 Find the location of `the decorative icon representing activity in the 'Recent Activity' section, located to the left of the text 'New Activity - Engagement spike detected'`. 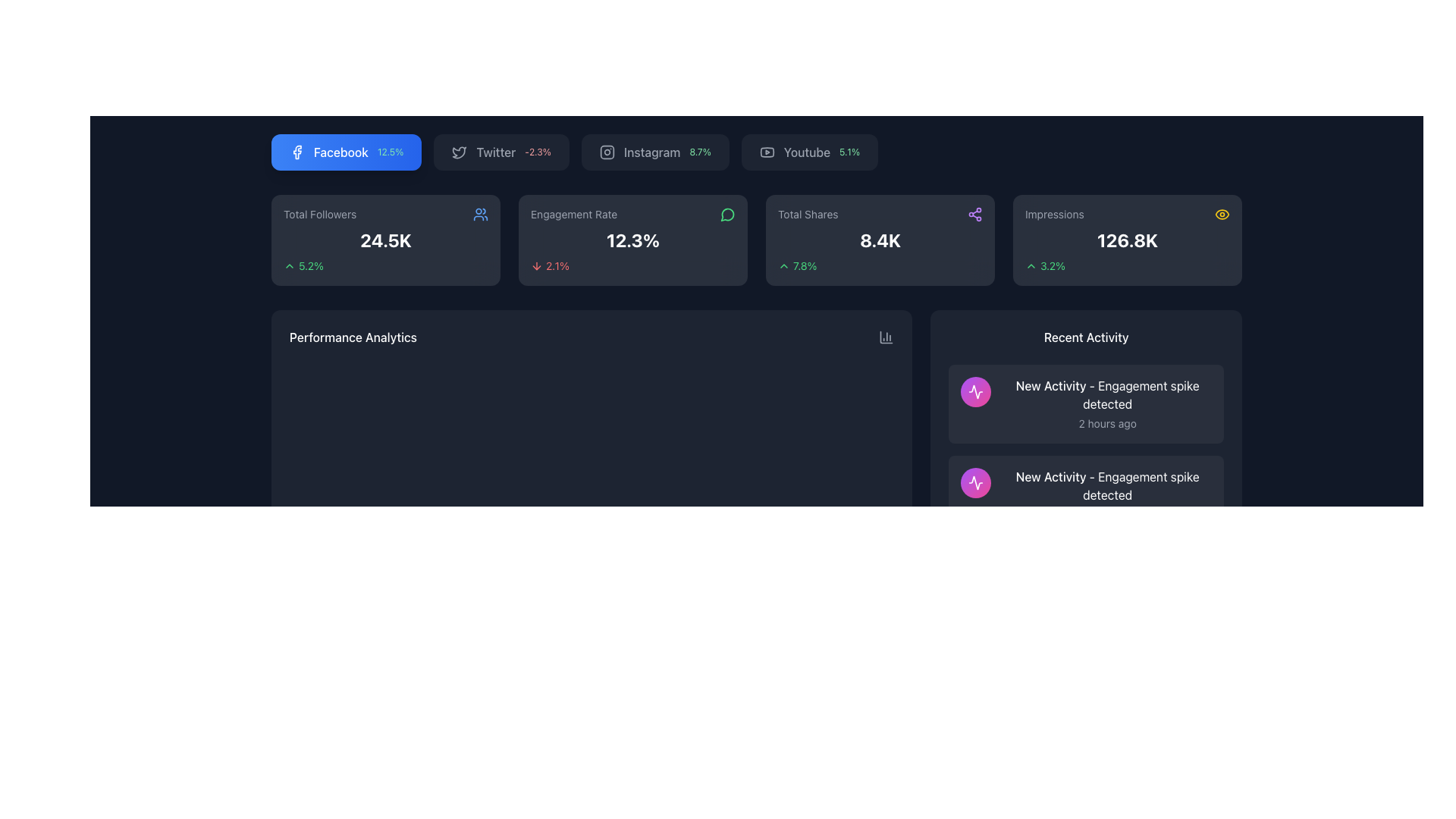

the decorative icon representing activity in the 'Recent Activity' section, located to the left of the text 'New Activity - Engagement spike detected' is located at coordinates (976, 391).